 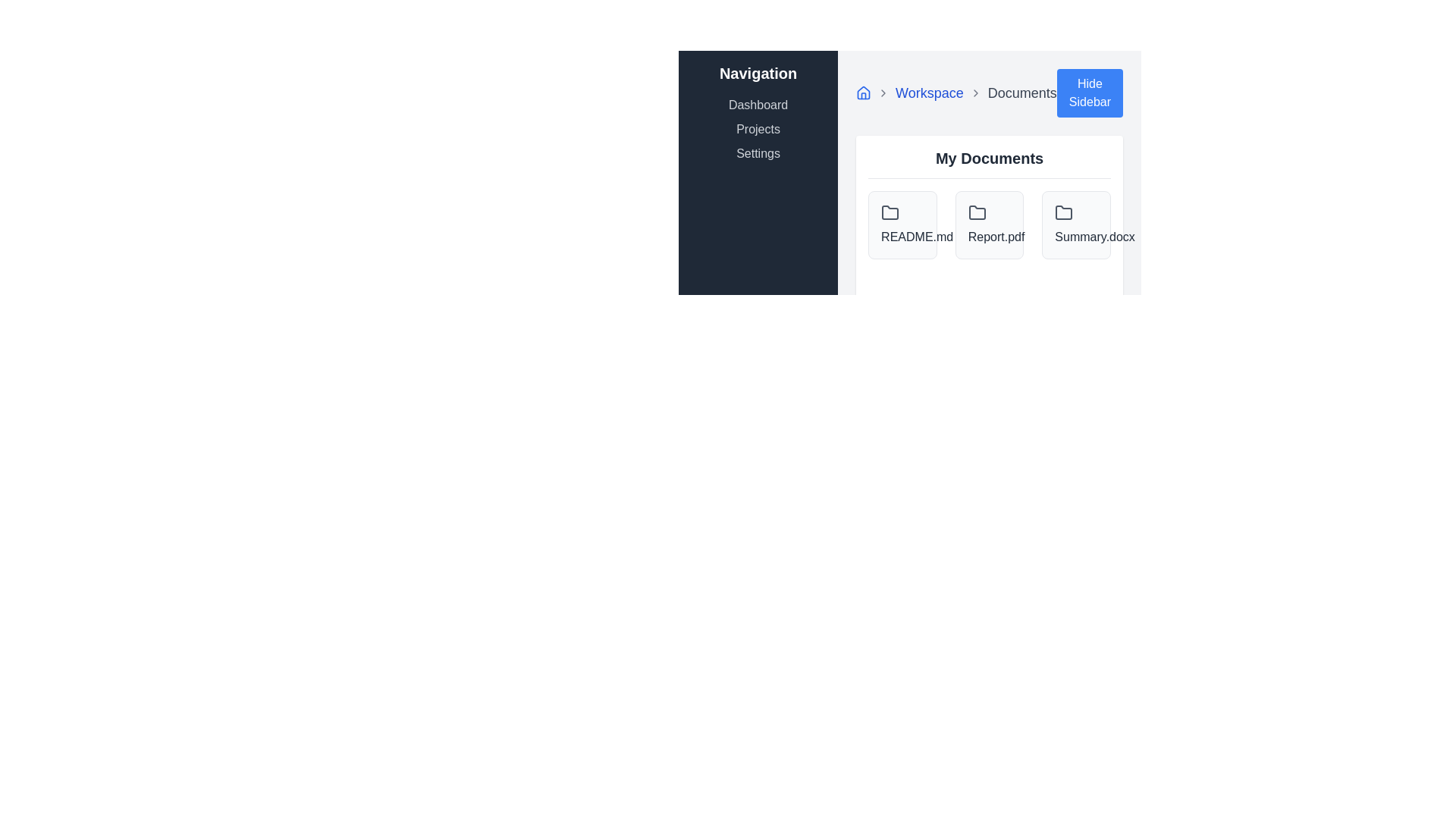 I want to click on the folder icon representing the document 'Summary.docx', which is the third icon in the 'My Documents' section, located at the top-left corner above the text 'Summary.docx', so click(x=1063, y=213).